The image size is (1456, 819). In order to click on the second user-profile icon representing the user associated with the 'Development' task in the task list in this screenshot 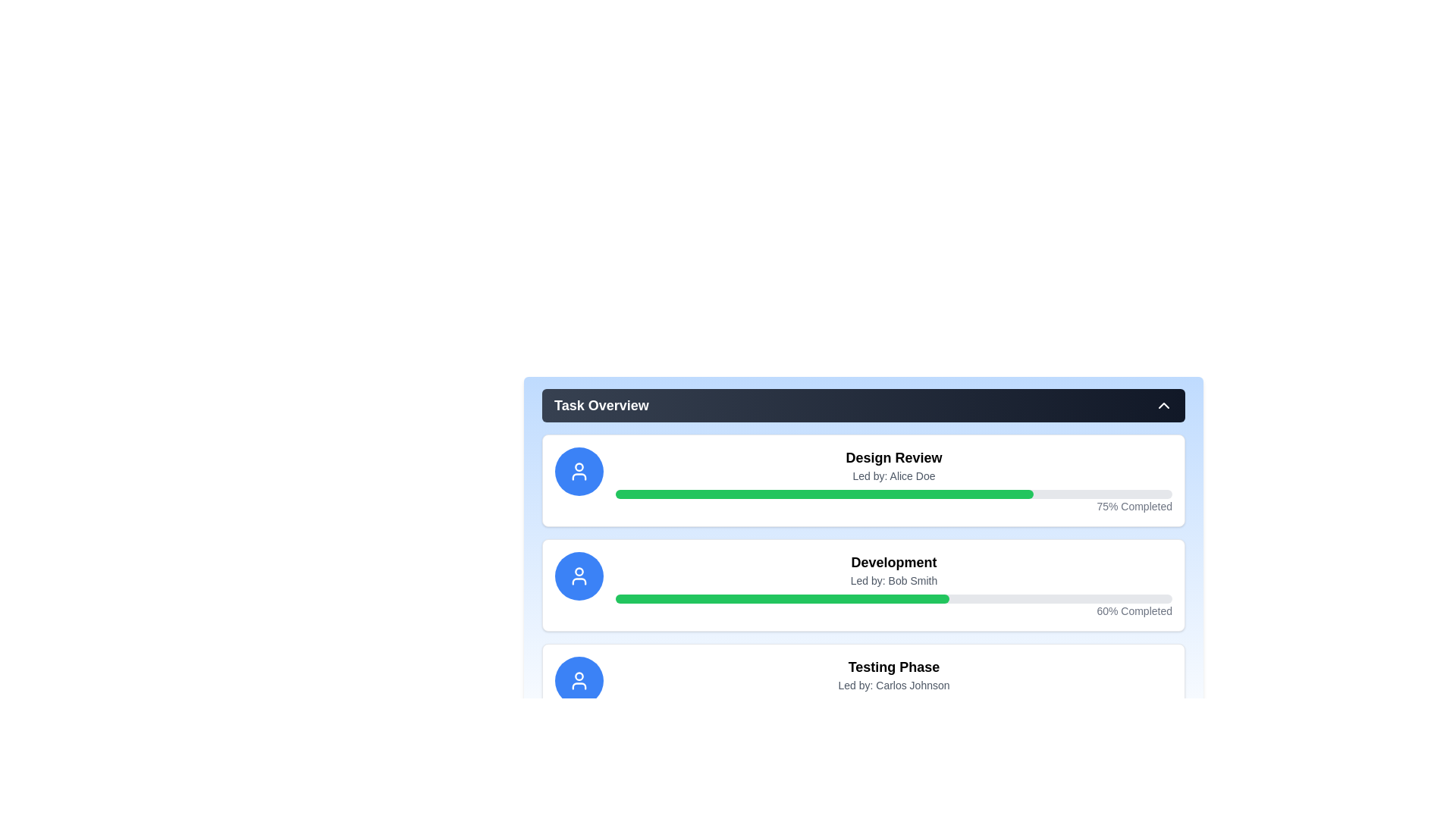, I will do `click(578, 571)`.